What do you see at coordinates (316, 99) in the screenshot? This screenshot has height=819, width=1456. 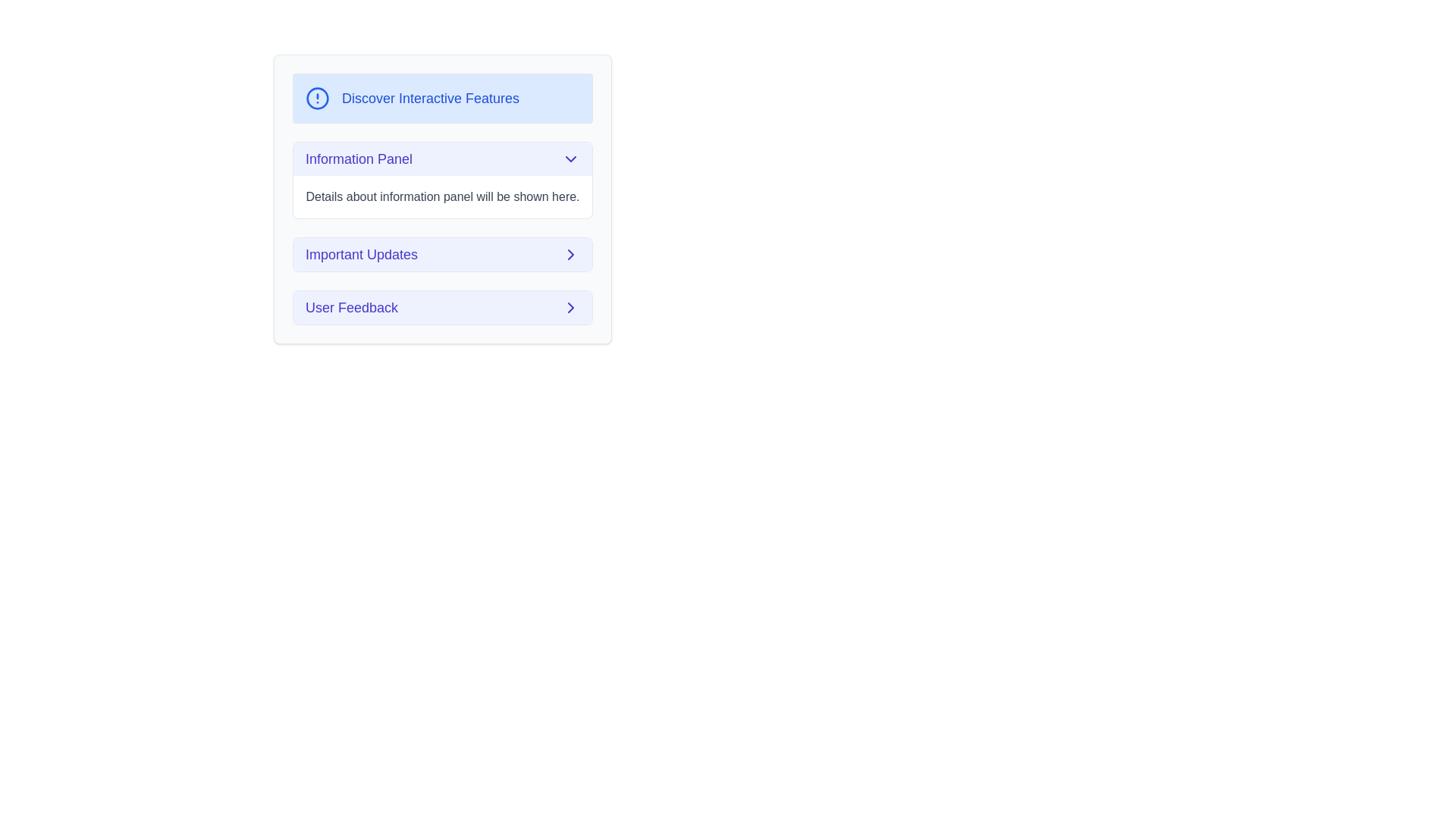 I see `the circular blue outlined icon with an exclamation mark, located in the top left corner of the 'Discover Interactive Features' panel header` at bounding box center [316, 99].